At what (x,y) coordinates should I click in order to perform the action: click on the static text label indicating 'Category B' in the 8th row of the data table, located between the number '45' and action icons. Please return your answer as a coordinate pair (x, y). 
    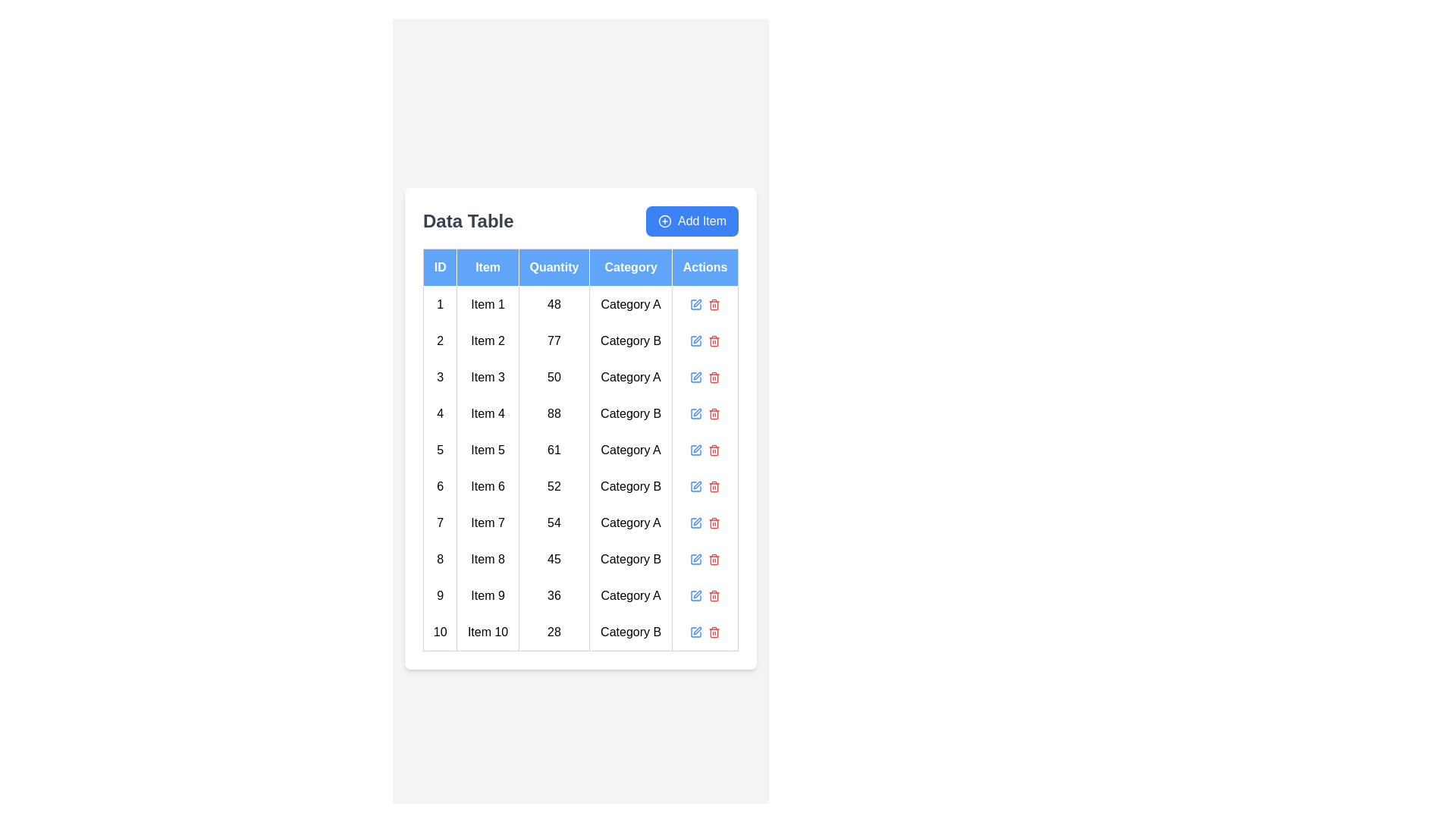
    Looking at the image, I should click on (631, 559).